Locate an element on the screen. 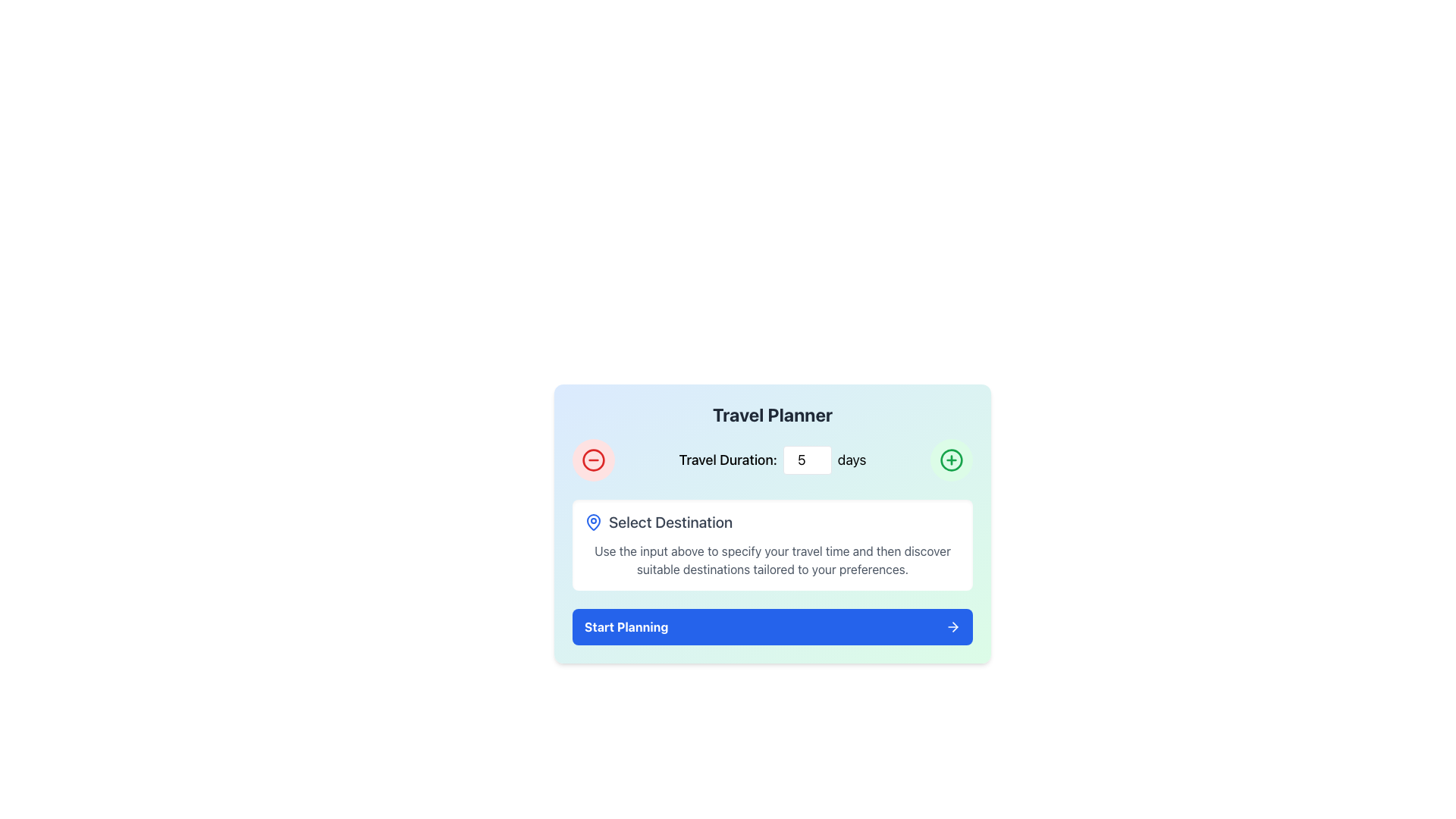 The height and width of the screenshot is (819, 1456). the static text displaying the message 'Use the input above to specify your travel time and then discover suitable destinations tailored to your preferences.' located underneath the 'Select Destination' header is located at coordinates (772, 560).